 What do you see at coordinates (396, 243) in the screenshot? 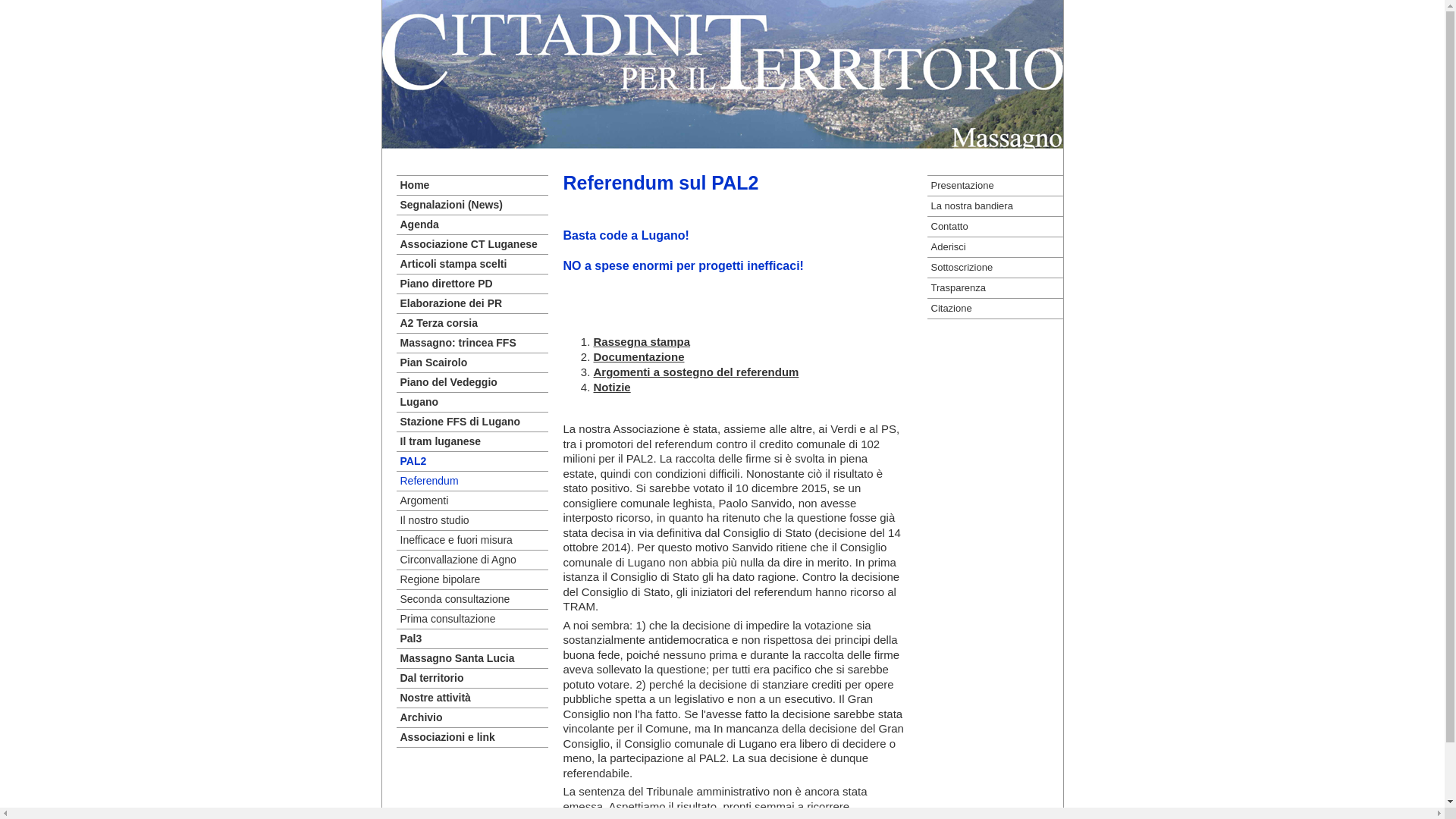
I see `'Associazione CT Luganese'` at bounding box center [396, 243].